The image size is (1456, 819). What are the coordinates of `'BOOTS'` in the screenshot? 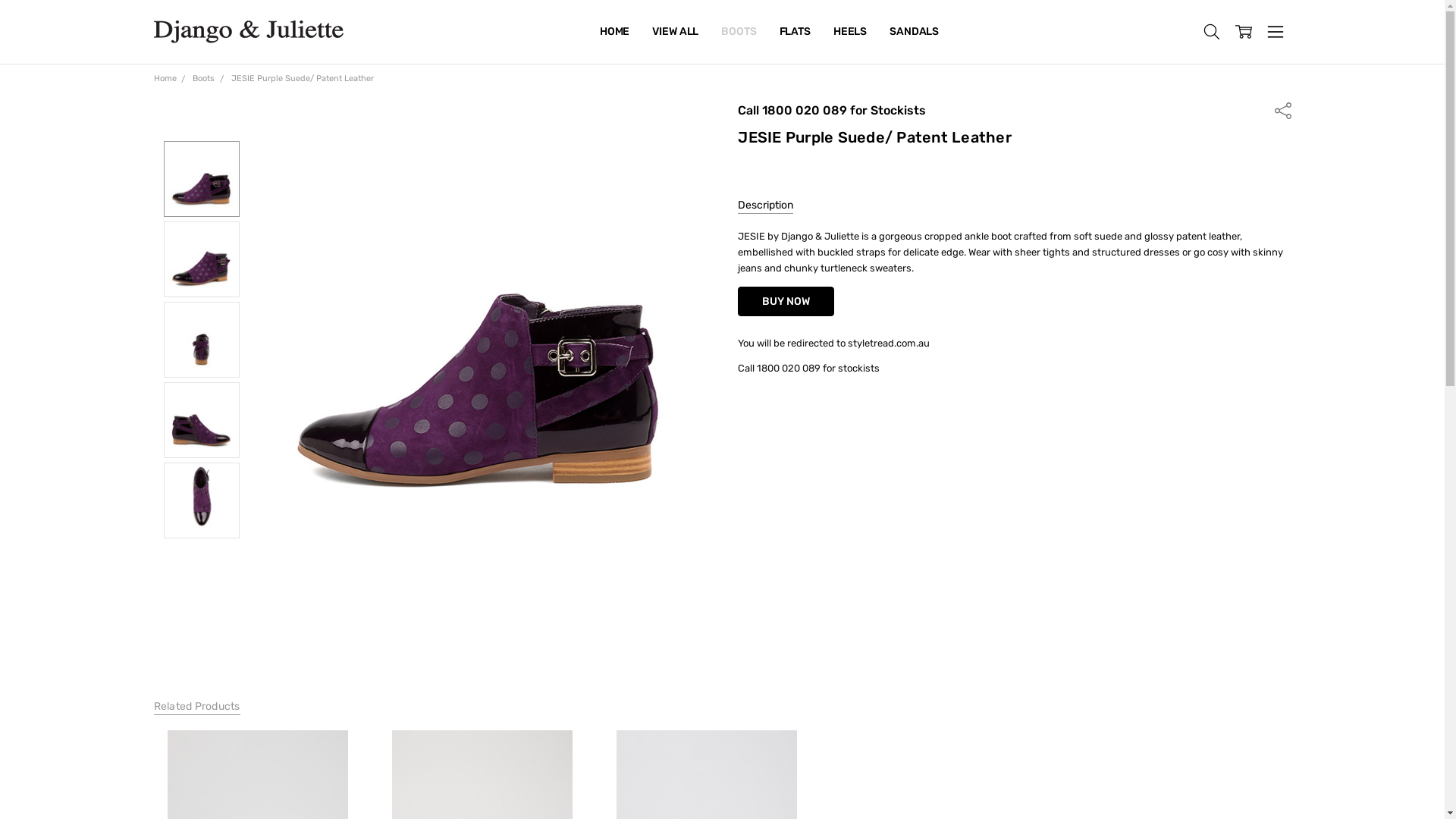 It's located at (739, 32).